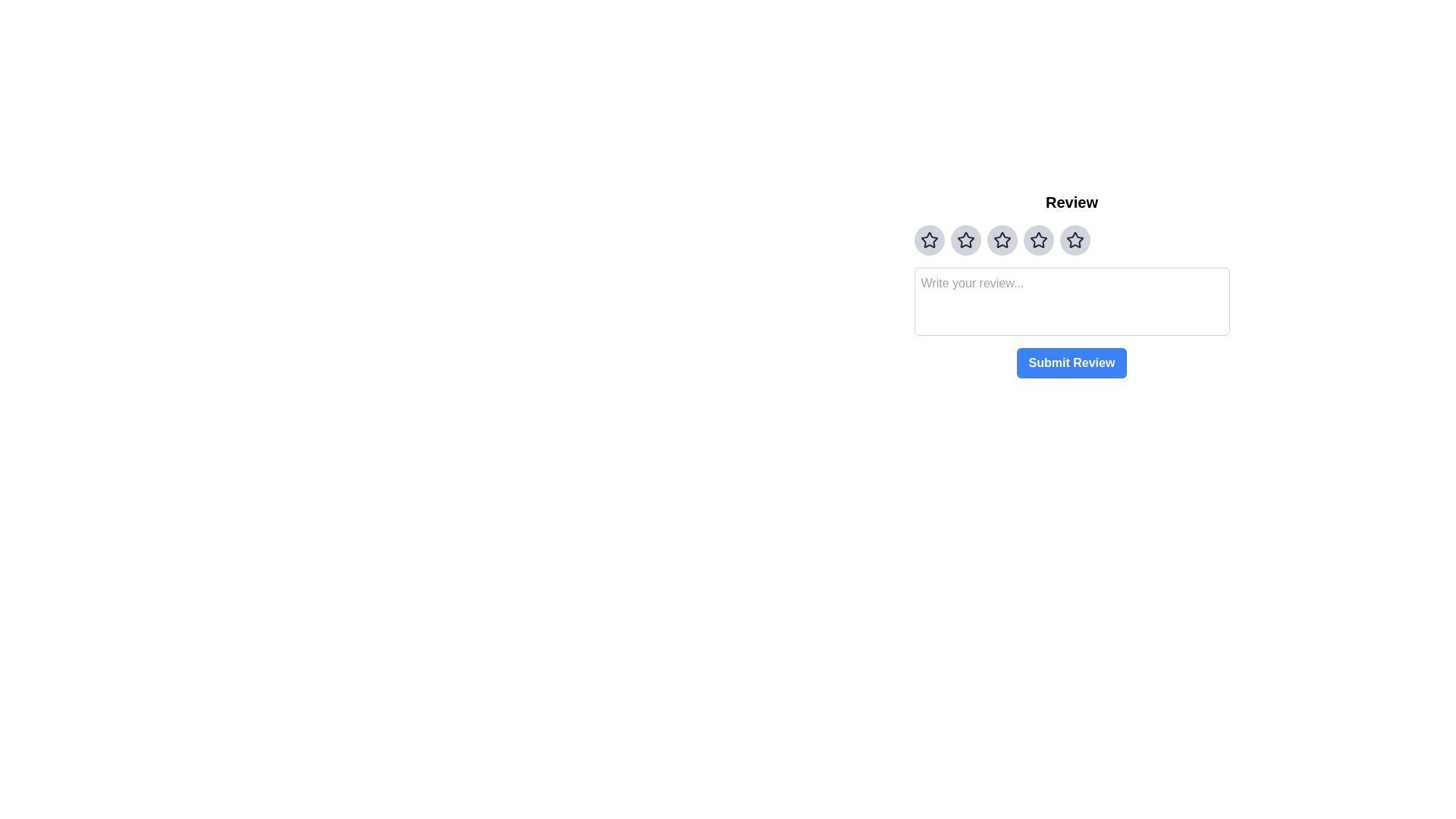  Describe the element at coordinates (1074, 239) in the screenshot. I see `the first star icon in the rating system` at that location.